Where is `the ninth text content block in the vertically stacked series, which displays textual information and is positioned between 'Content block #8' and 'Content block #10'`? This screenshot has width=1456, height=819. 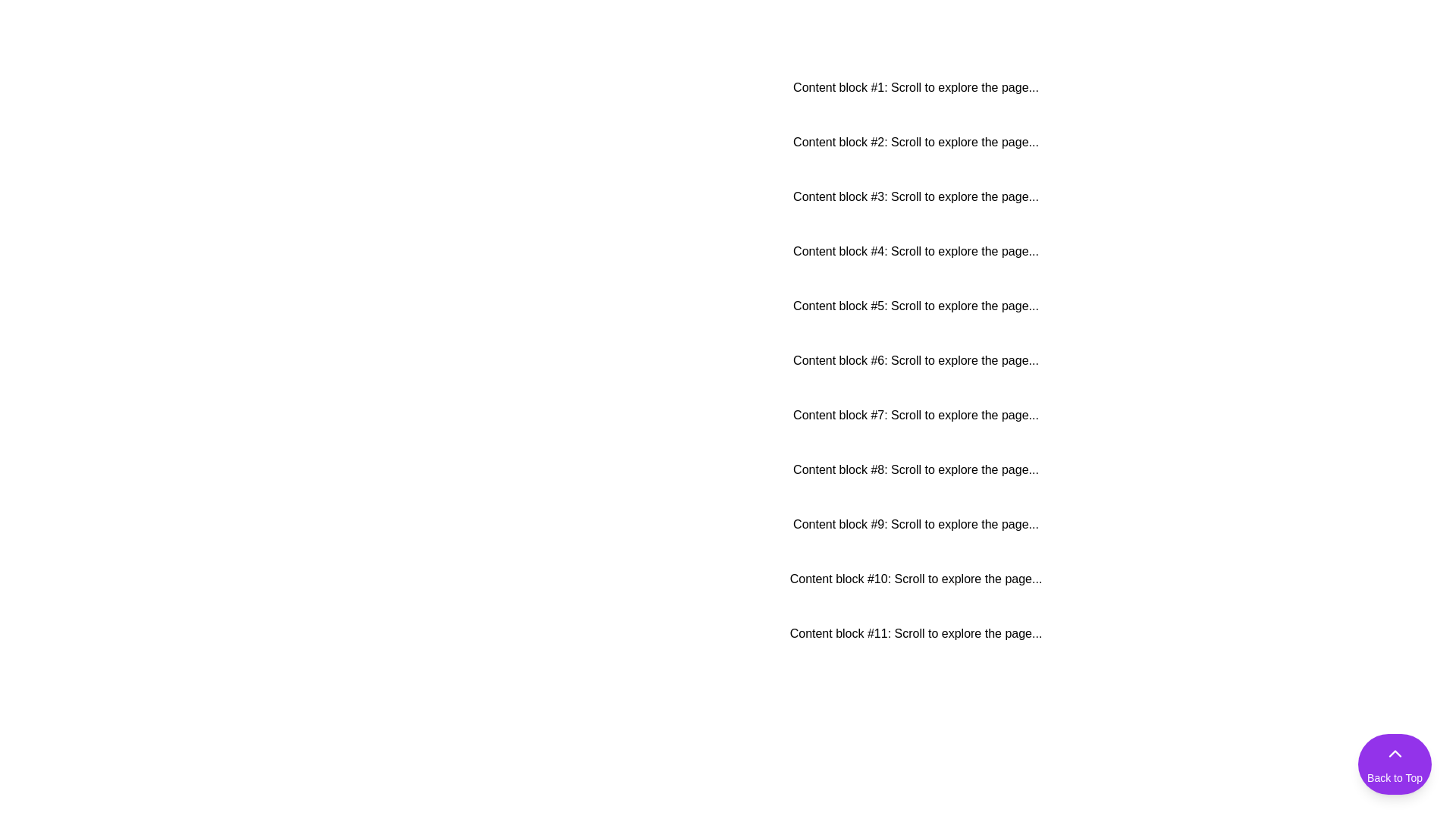 the ninth text content block in the vertically stacked series, which displays textual information and is positioned between 'Content block #8' and 'Content block #10' is located at coordinates (915, 523).